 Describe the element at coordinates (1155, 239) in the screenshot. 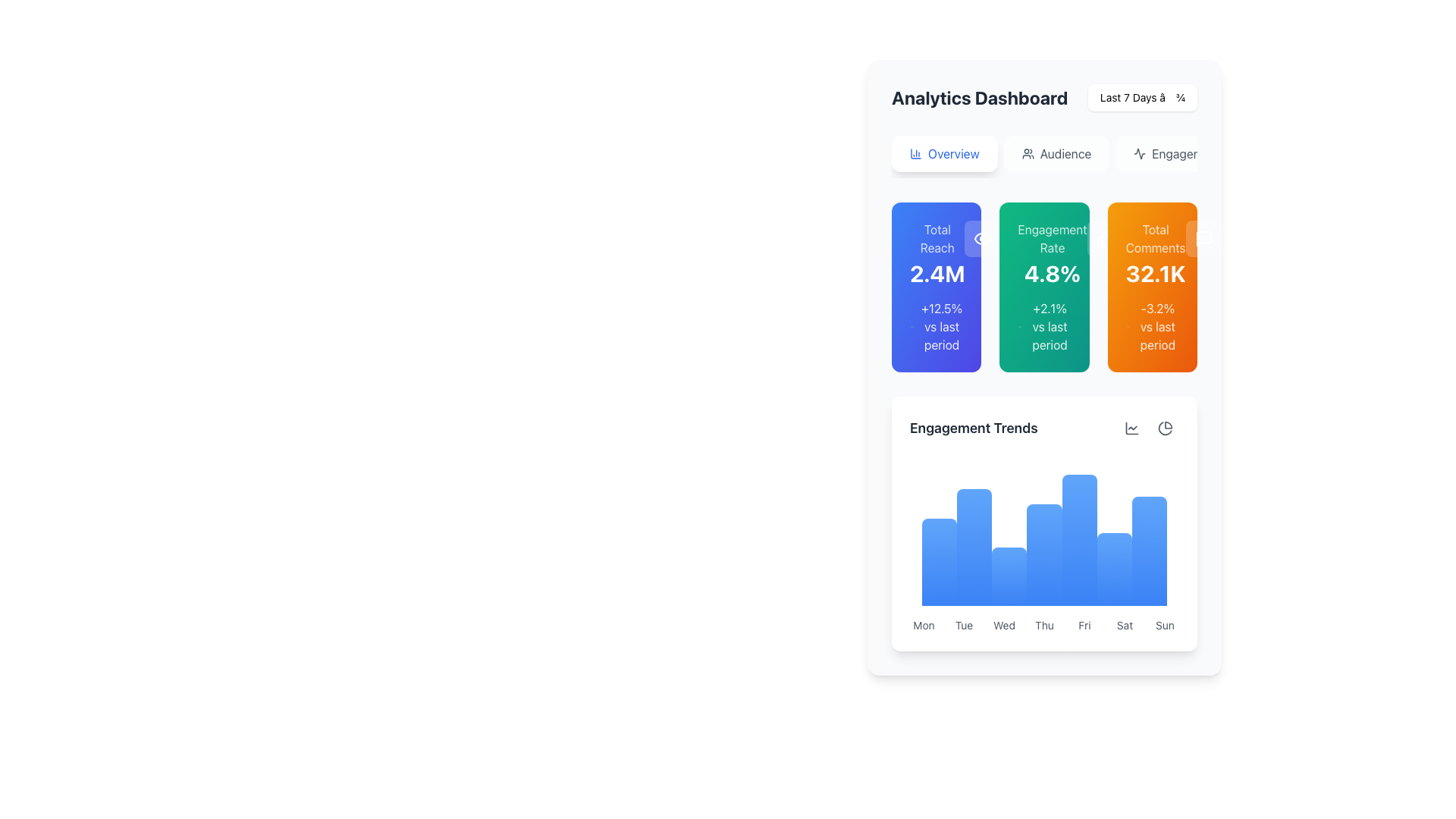

I see `the static text label 'Total Comments' located at the top of the rightmost orange card, positioned above the bold text '32.1K'` at that location.